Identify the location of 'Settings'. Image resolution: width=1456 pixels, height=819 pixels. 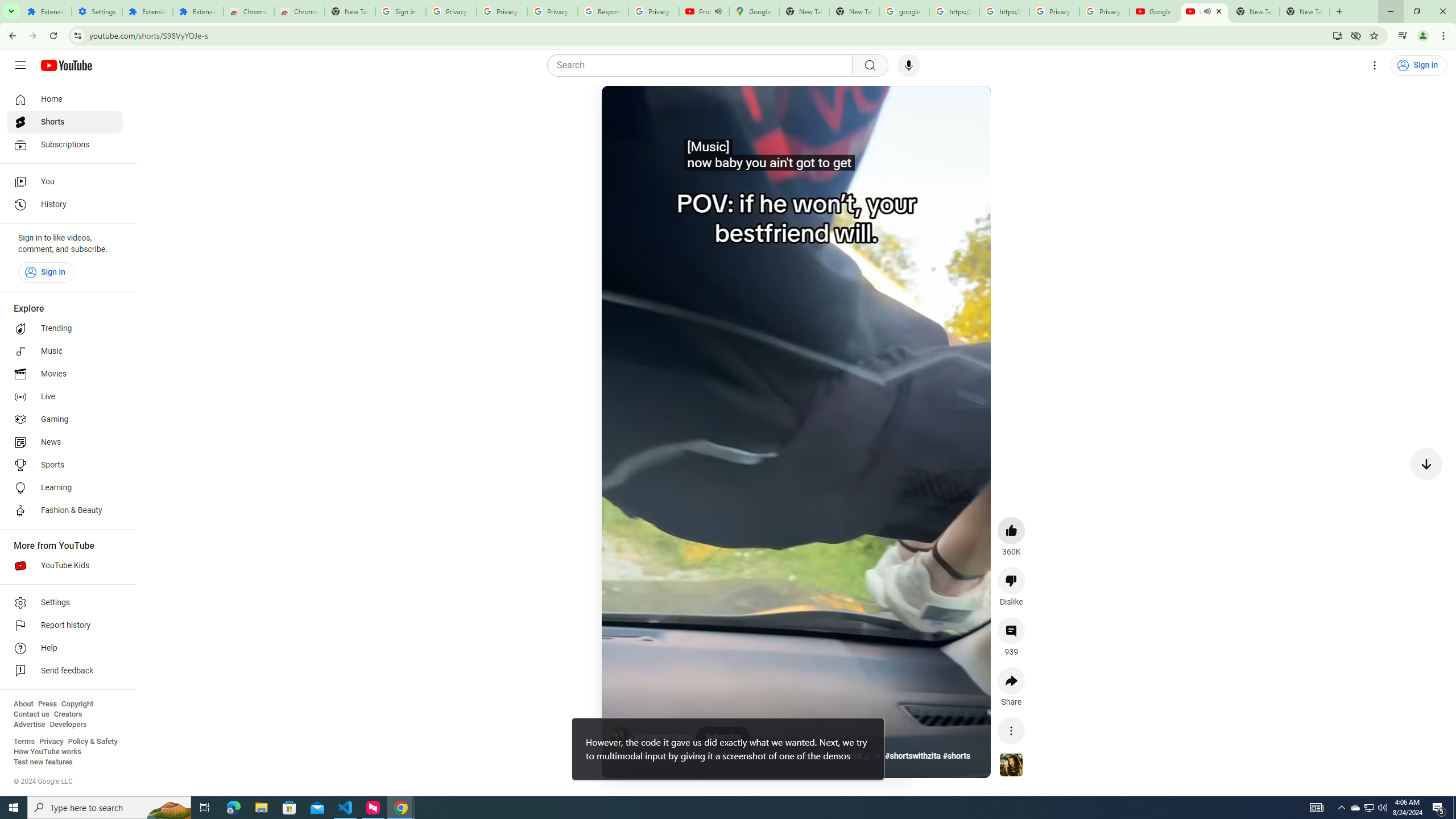
(64, 602).